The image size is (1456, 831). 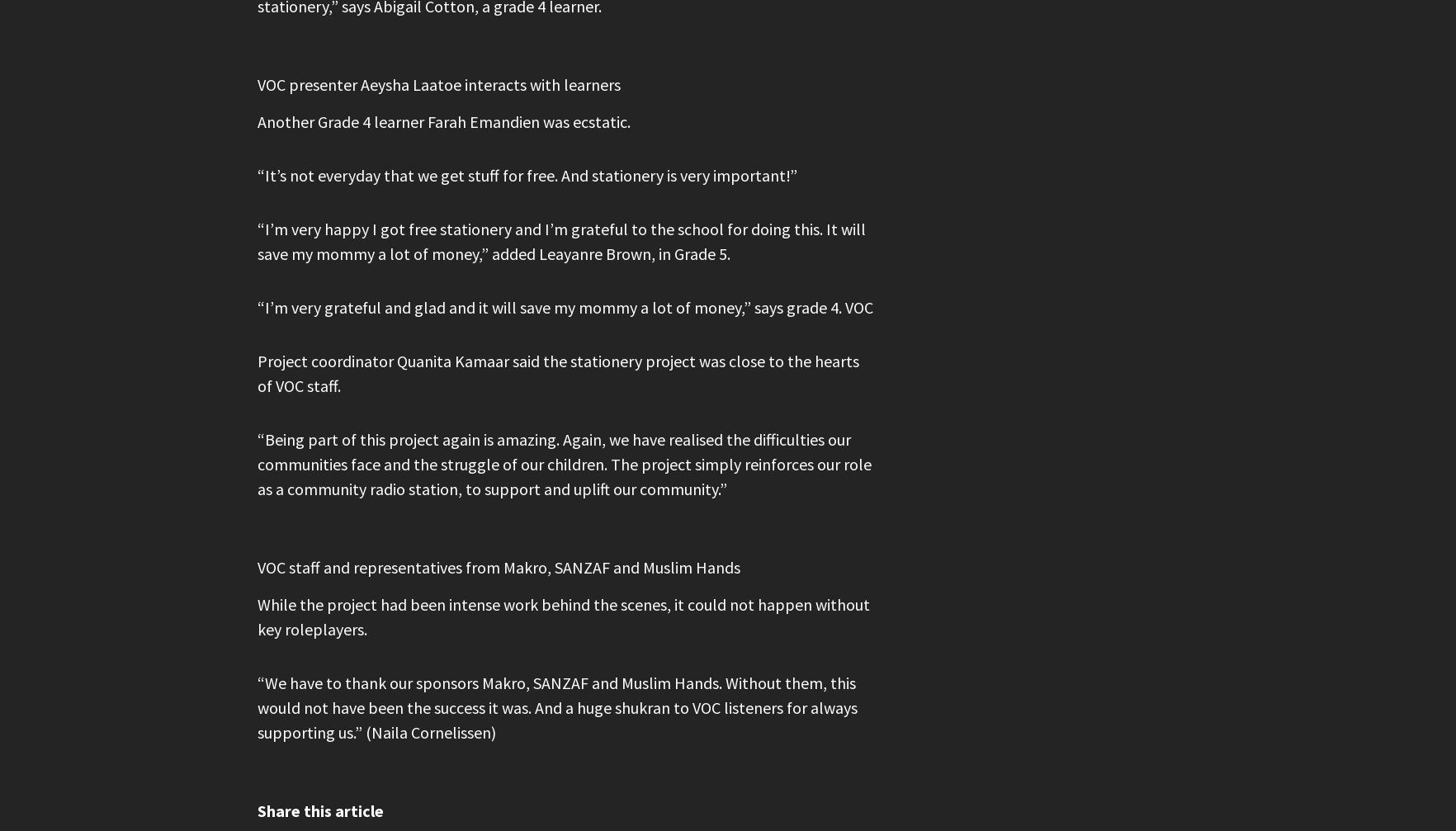 What do you see at coordinates (439, 84) in the screenshot?
I see `'VOC presenter Aeysha Laatoe interacts with learners'` at bounding box center [439, 84].